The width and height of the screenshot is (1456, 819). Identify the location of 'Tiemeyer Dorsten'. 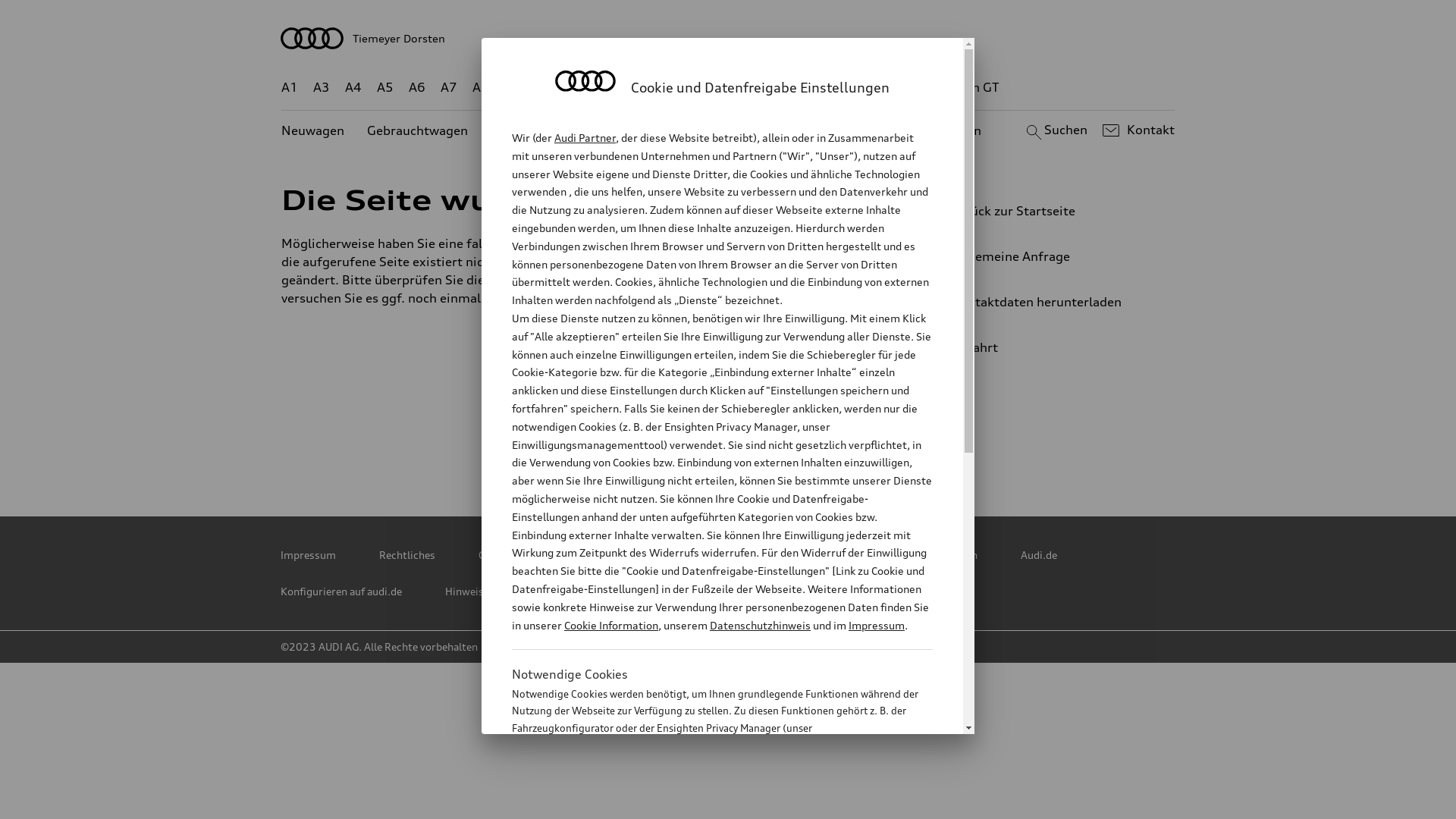
(728, 37).